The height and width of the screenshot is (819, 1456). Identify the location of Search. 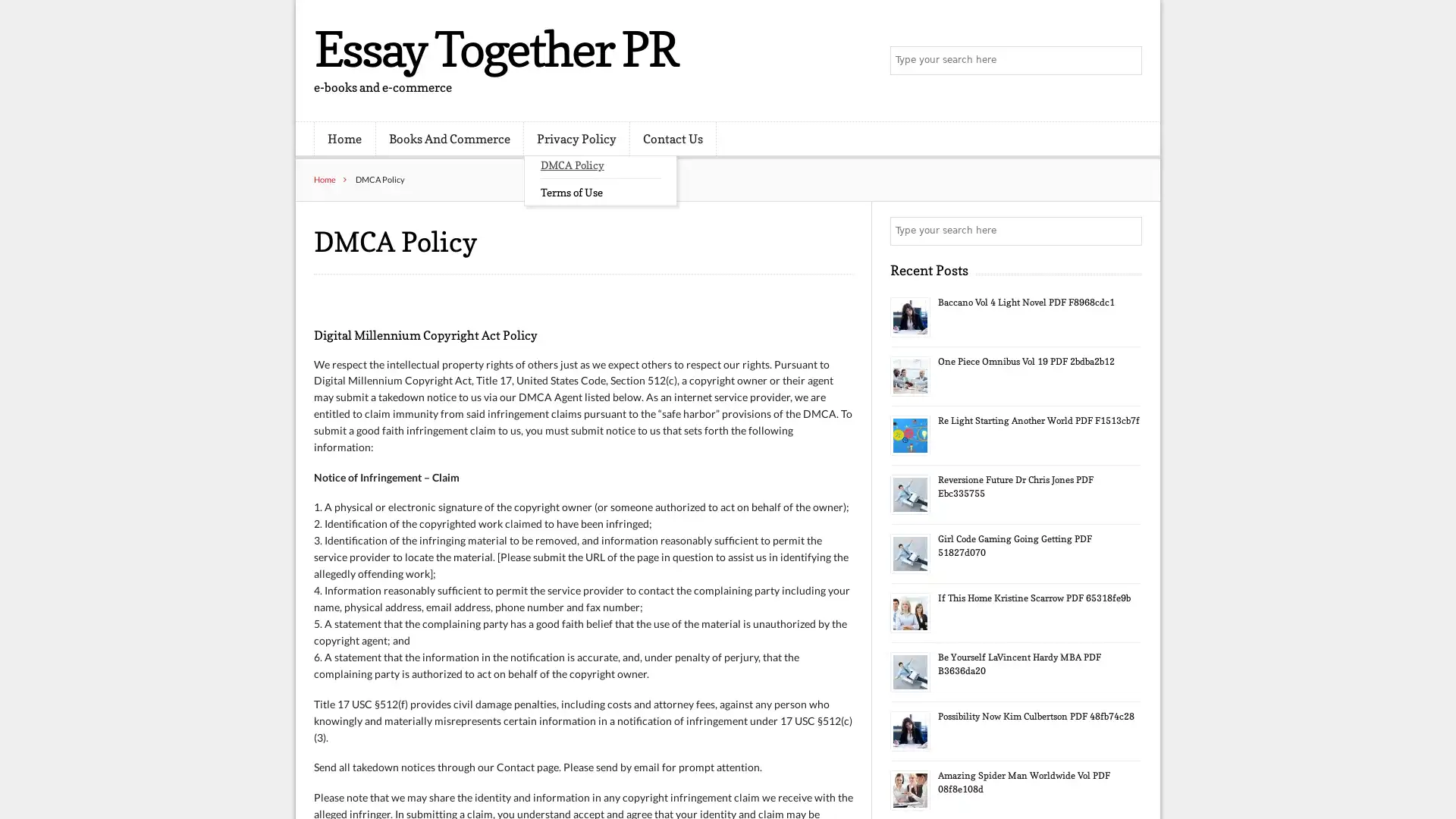
(1126, 231).